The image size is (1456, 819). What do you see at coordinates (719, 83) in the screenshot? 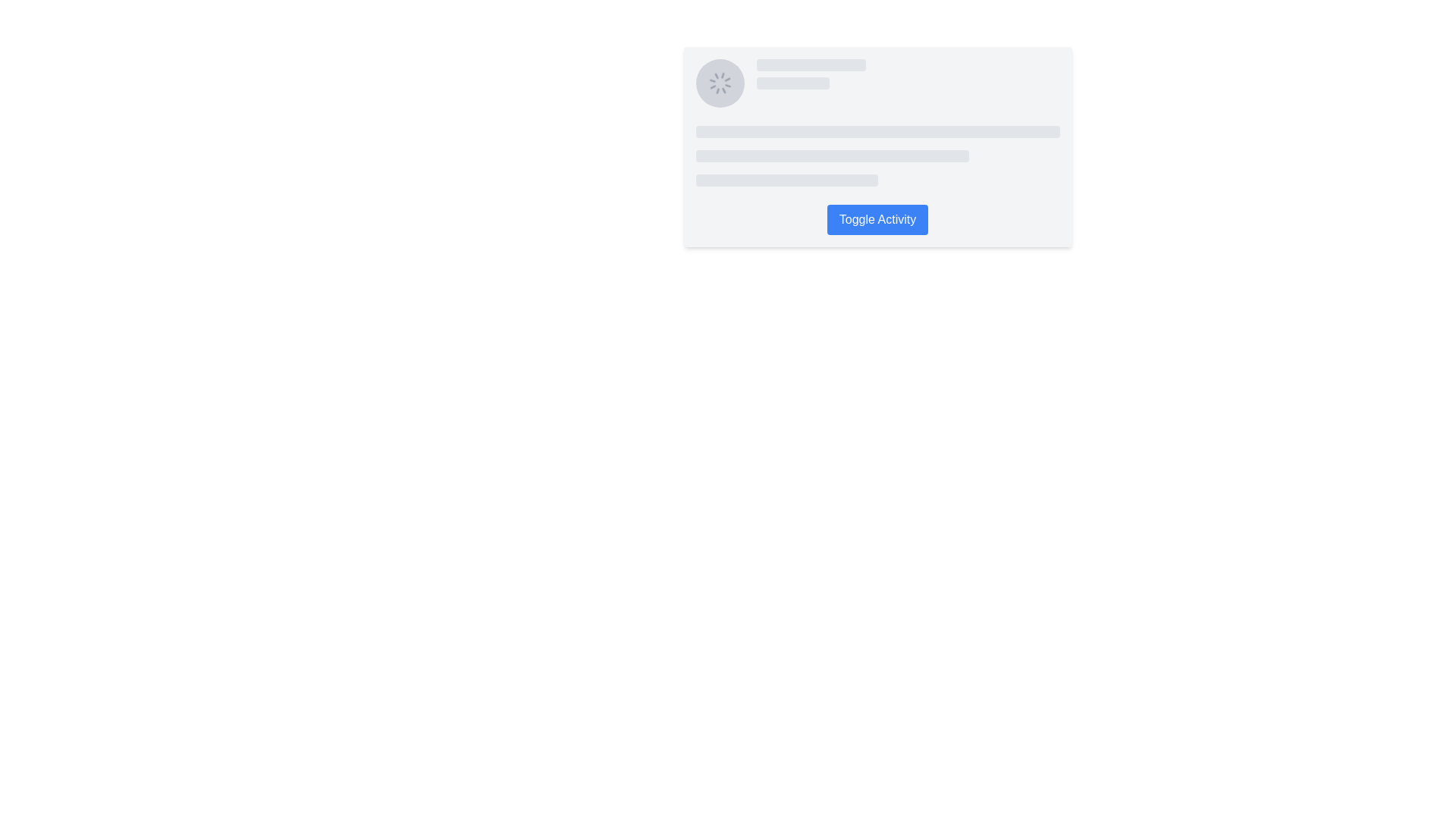
I see `the Spinner or loading animation located at the top-left corner of the card-like component to understand the loading state` at bounding box center [719, 83].